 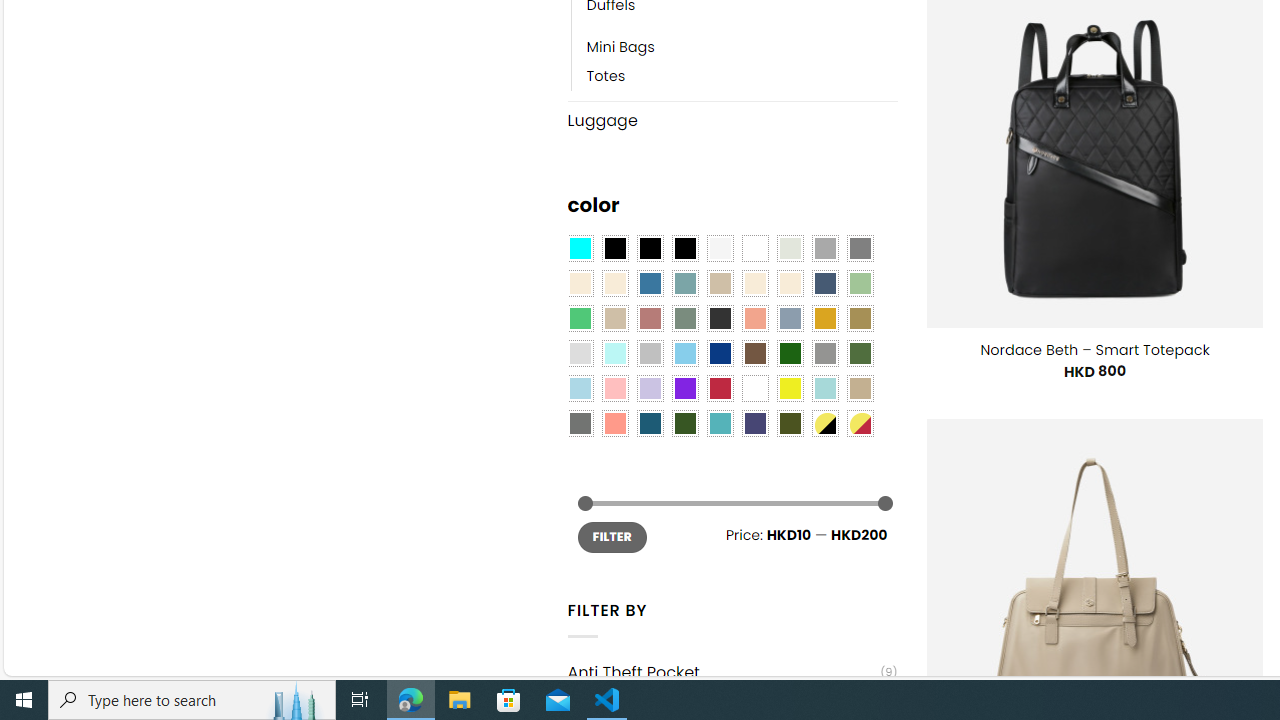 What do you see at coordinates (684, 353) in the screenshot?
I see `'Sky Blue'` at bounding box center [684, 353].